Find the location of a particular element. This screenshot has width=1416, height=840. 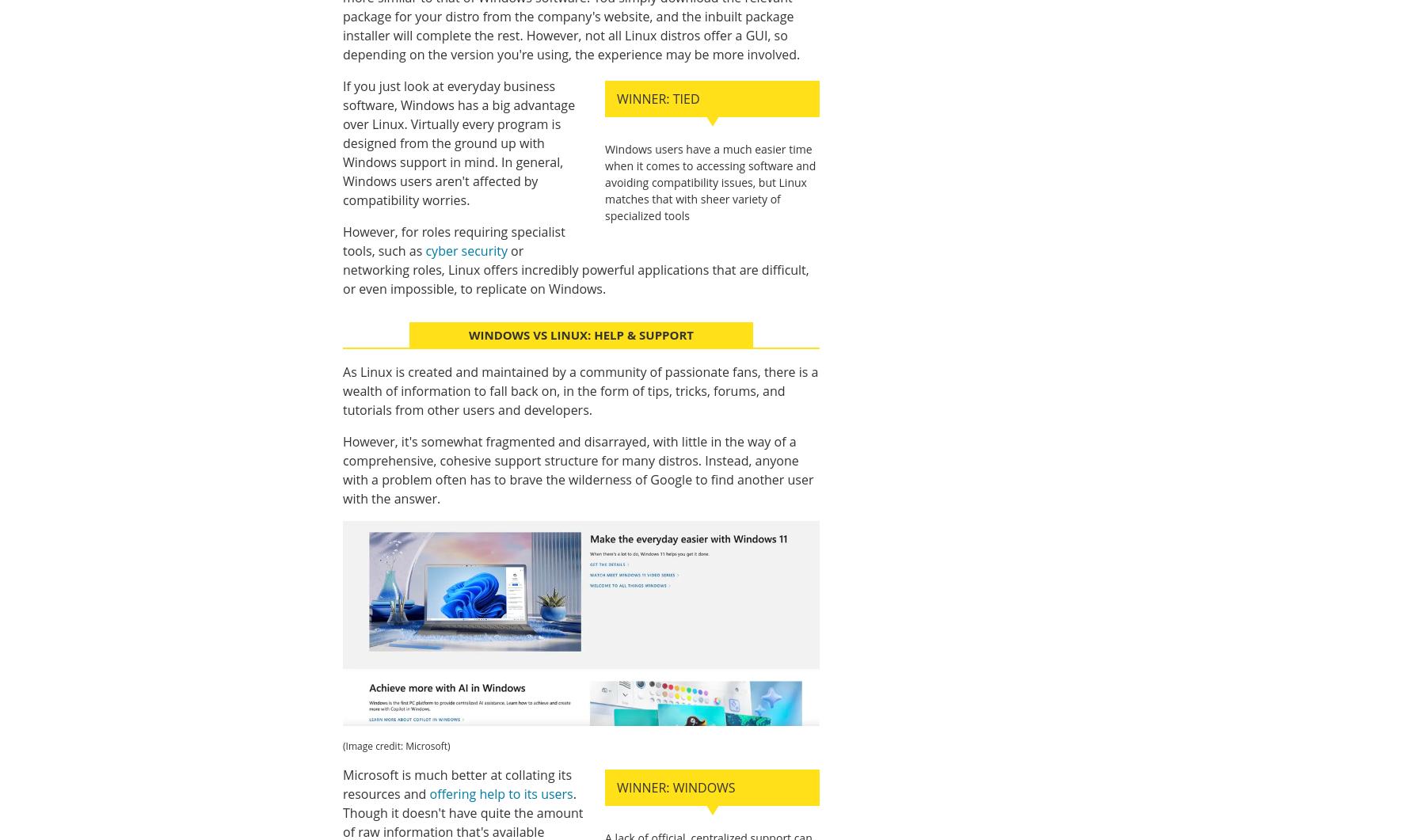

'Winner: Tied' is located at coordinates (657, 98).